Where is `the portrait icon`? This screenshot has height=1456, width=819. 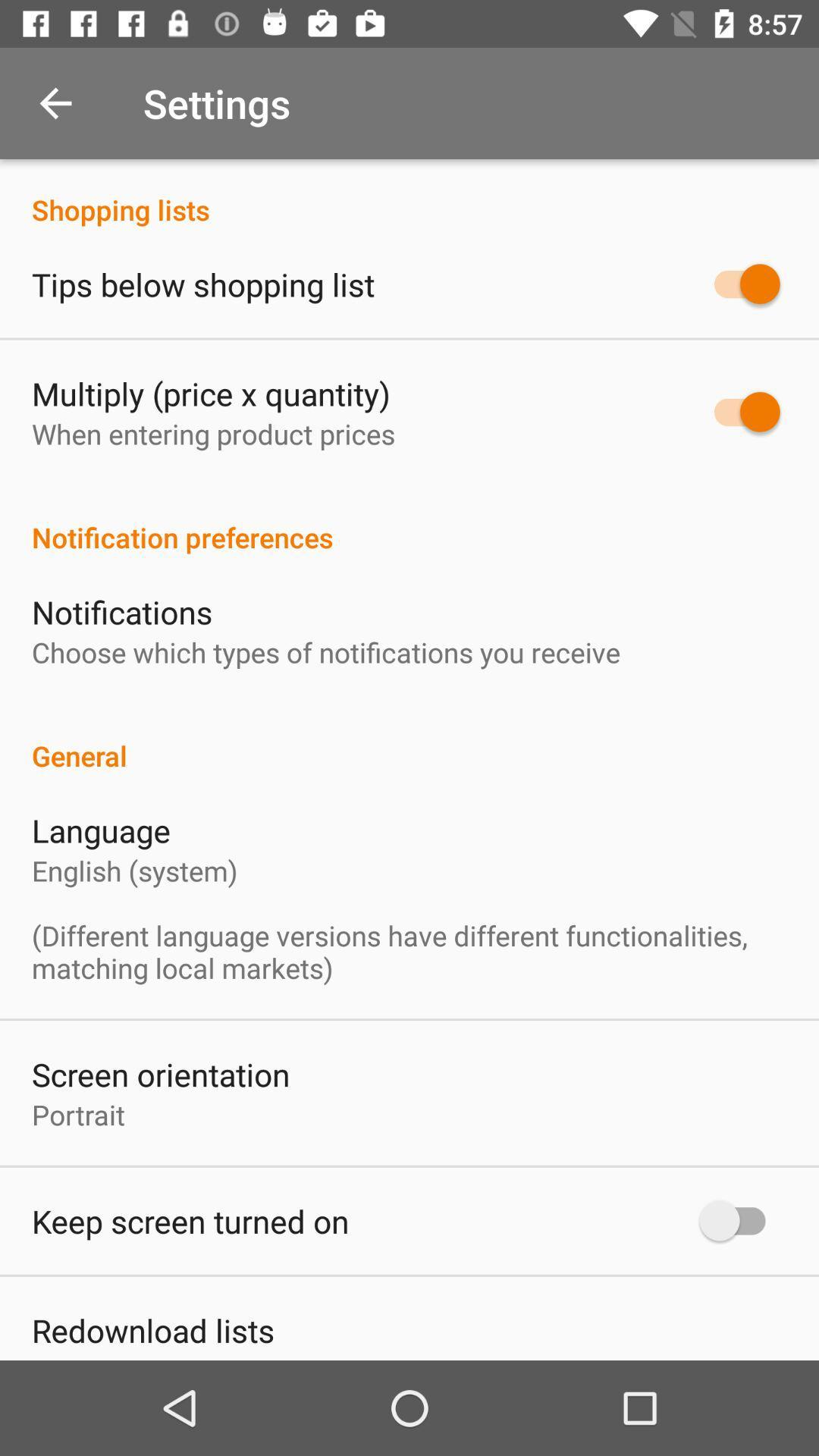 the portrait icon is located at coordinates (78, 1114).